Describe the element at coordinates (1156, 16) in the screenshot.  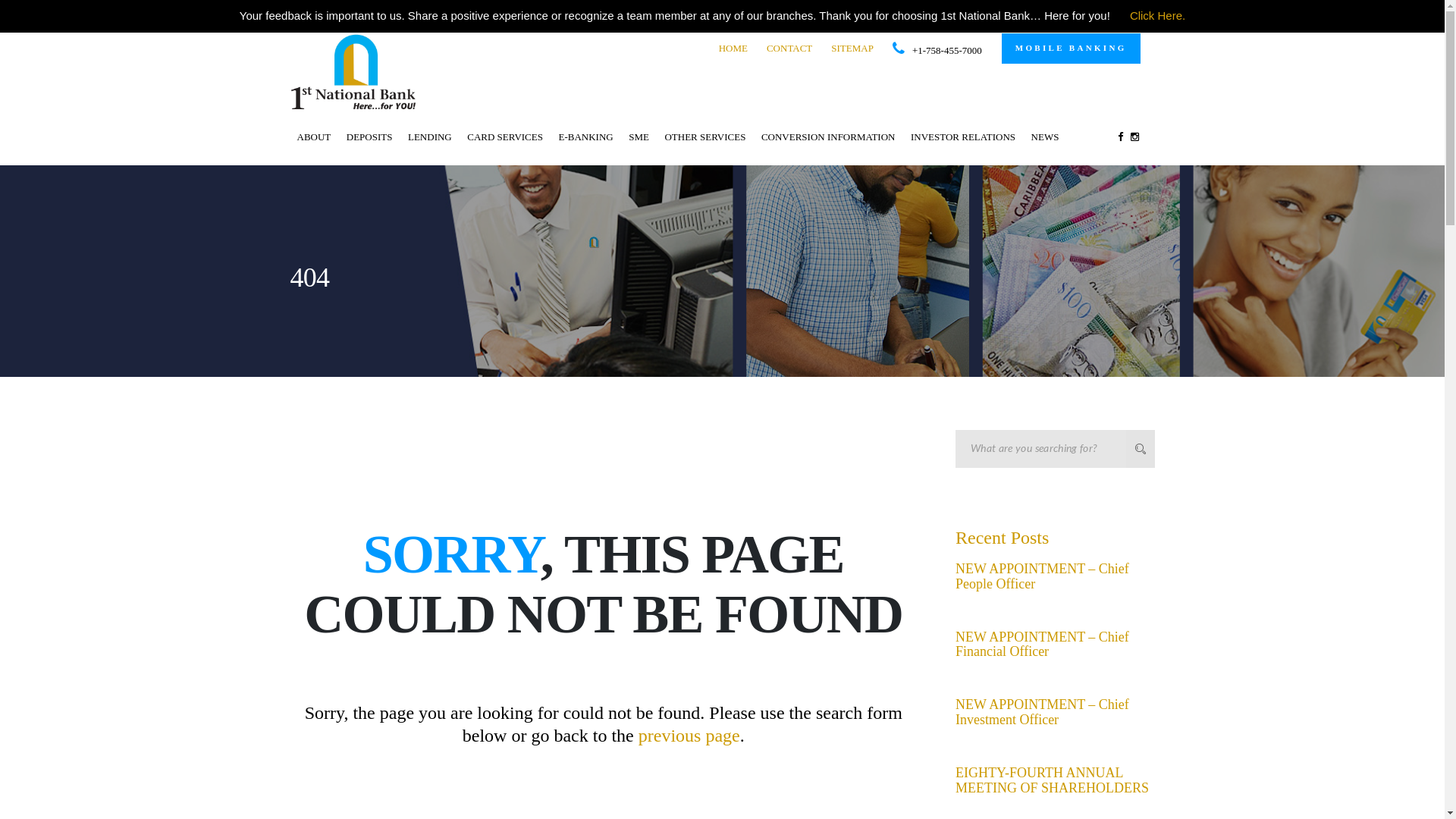
I see `'Click Here.'` at that location.